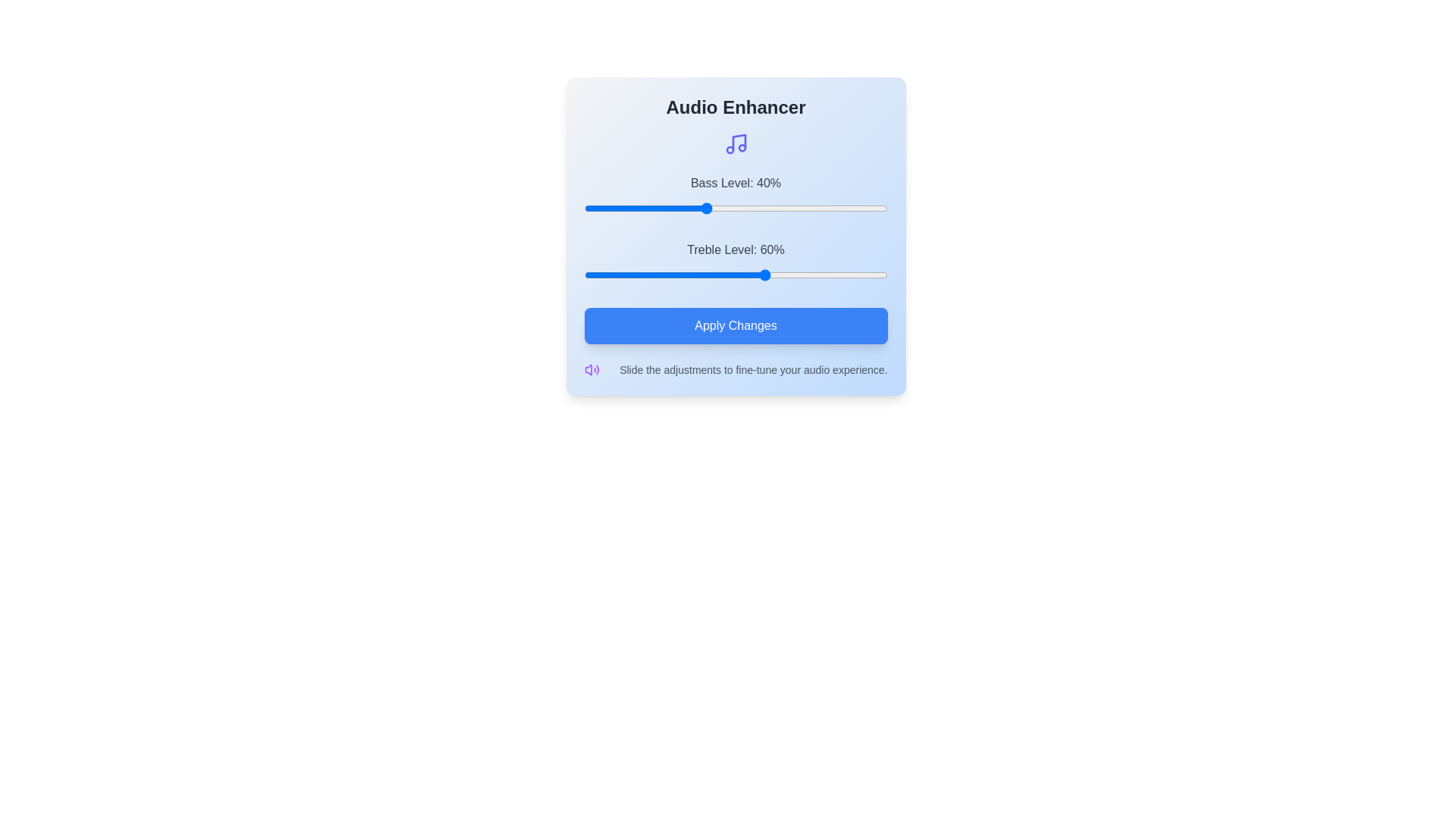  I want to click on the bass level slider to 50%, so click(736, 208).